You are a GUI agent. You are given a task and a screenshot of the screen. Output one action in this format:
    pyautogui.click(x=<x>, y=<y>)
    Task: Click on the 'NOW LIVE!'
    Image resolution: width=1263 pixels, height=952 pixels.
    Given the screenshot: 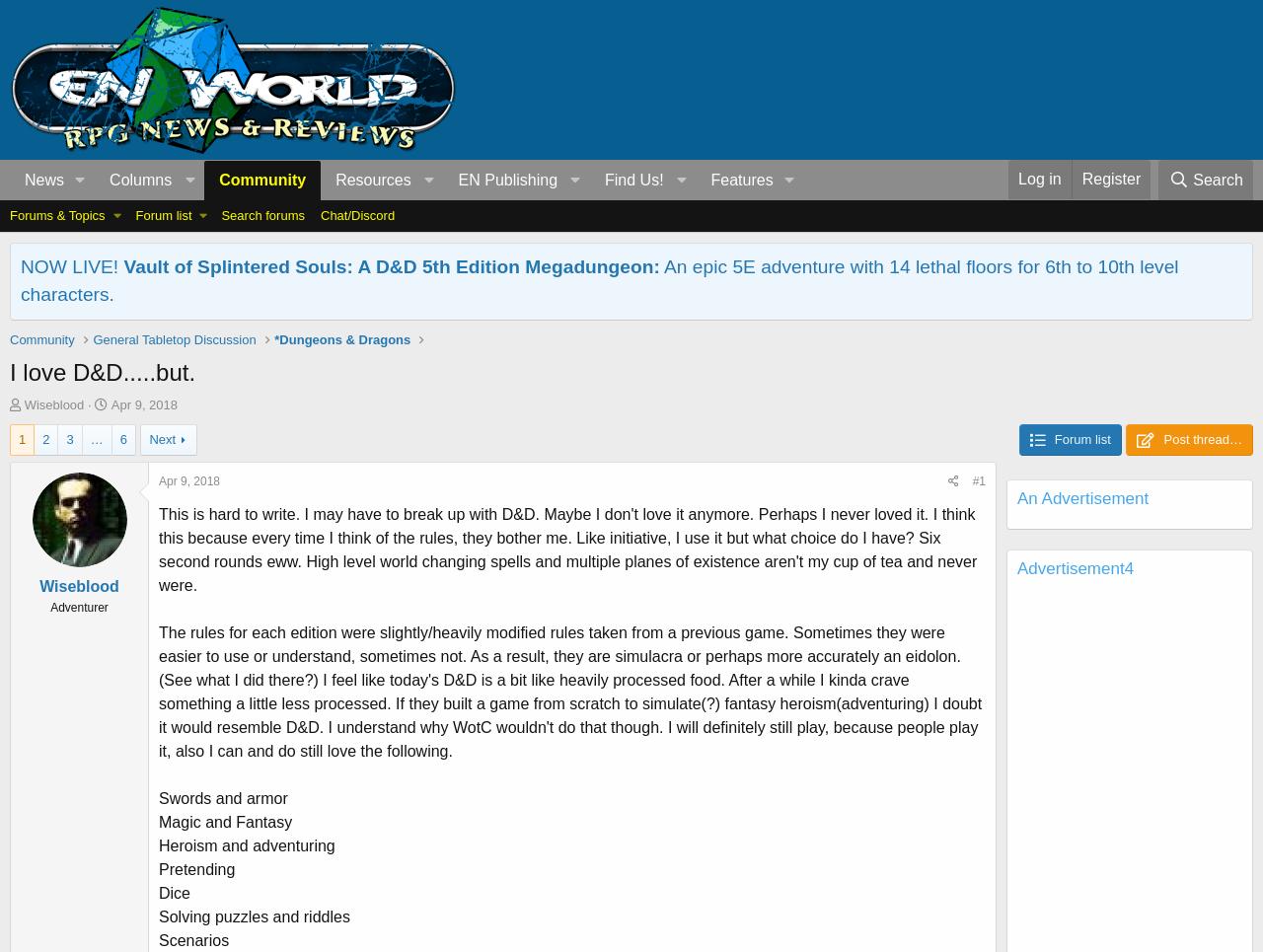 What is the action you would take?
    pyautogui.click(x=71, y=265)
    